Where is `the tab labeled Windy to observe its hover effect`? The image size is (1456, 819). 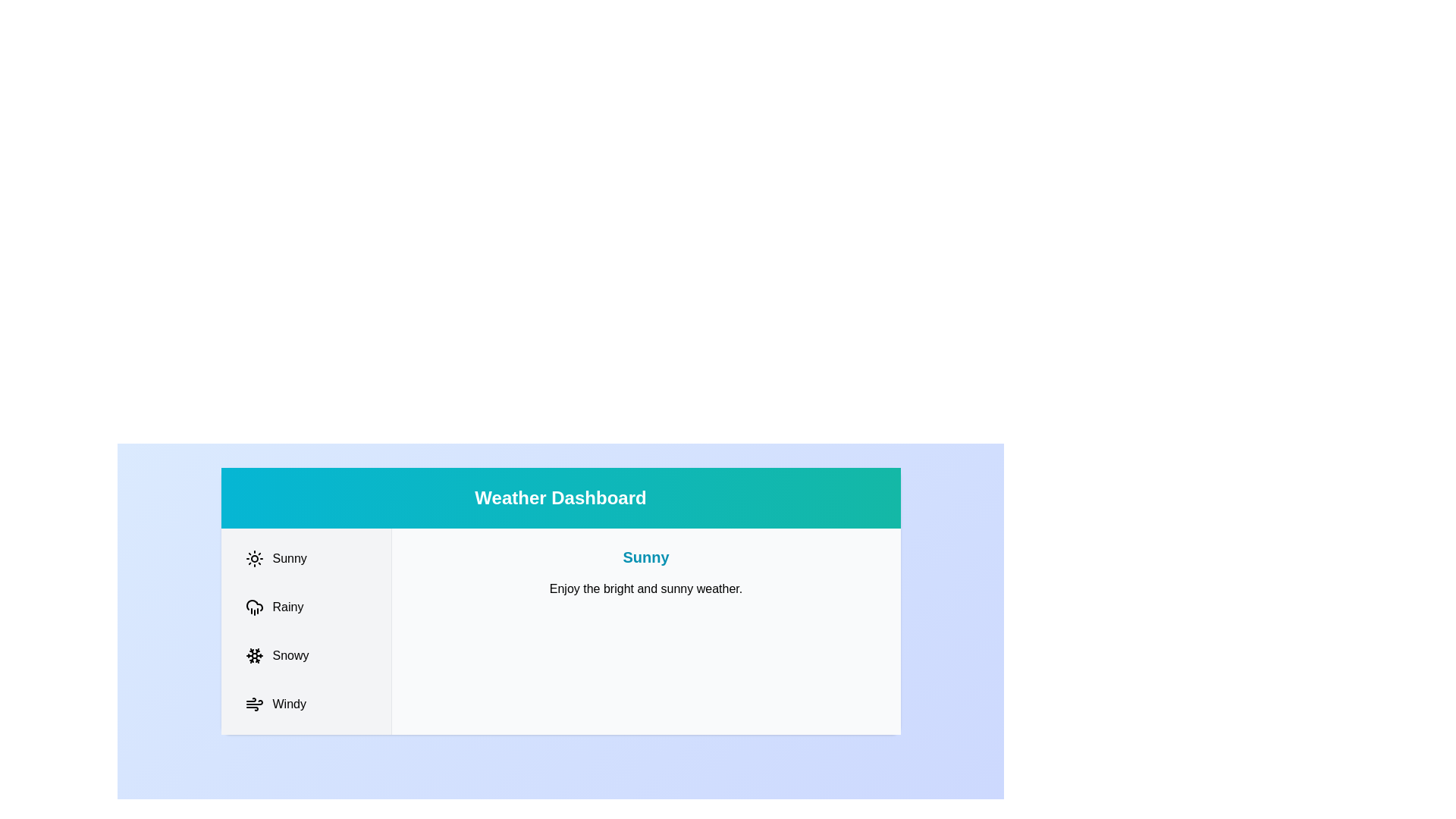 the tab labeled Windy to observe its hover effect is located at coordinates (305, 704).